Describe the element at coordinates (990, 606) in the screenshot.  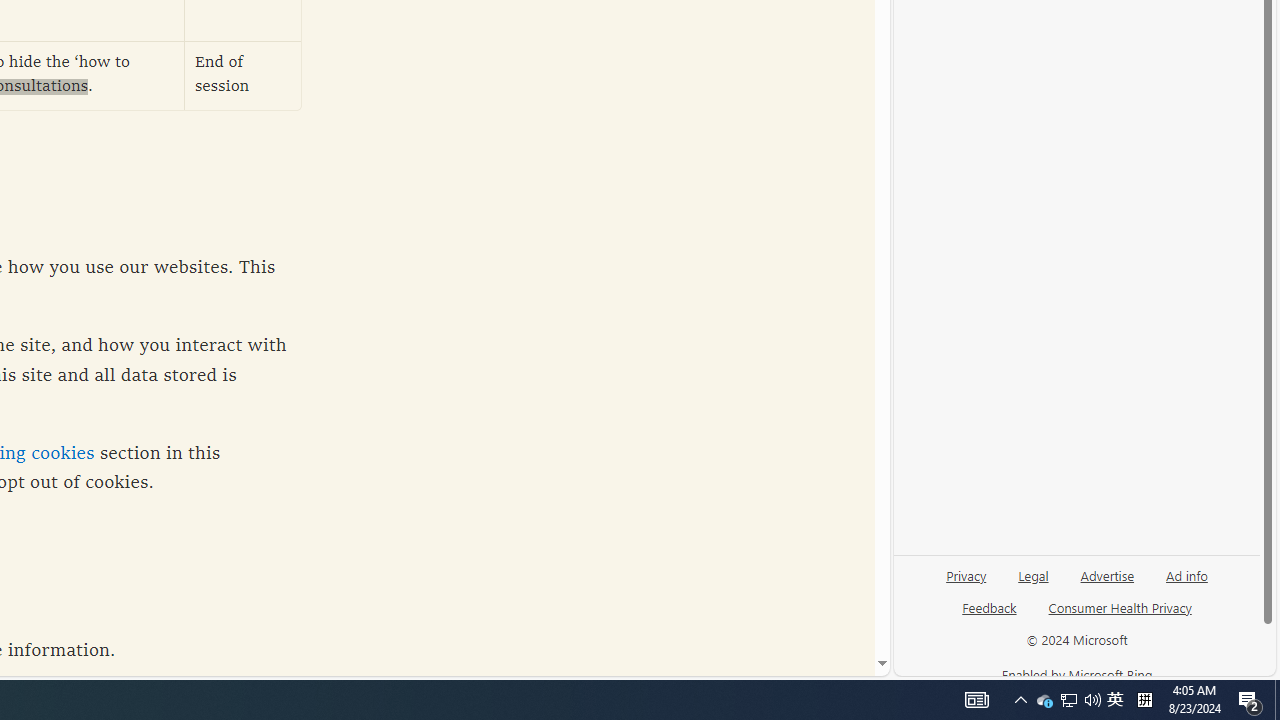
I see `'Feedback'` at that location.